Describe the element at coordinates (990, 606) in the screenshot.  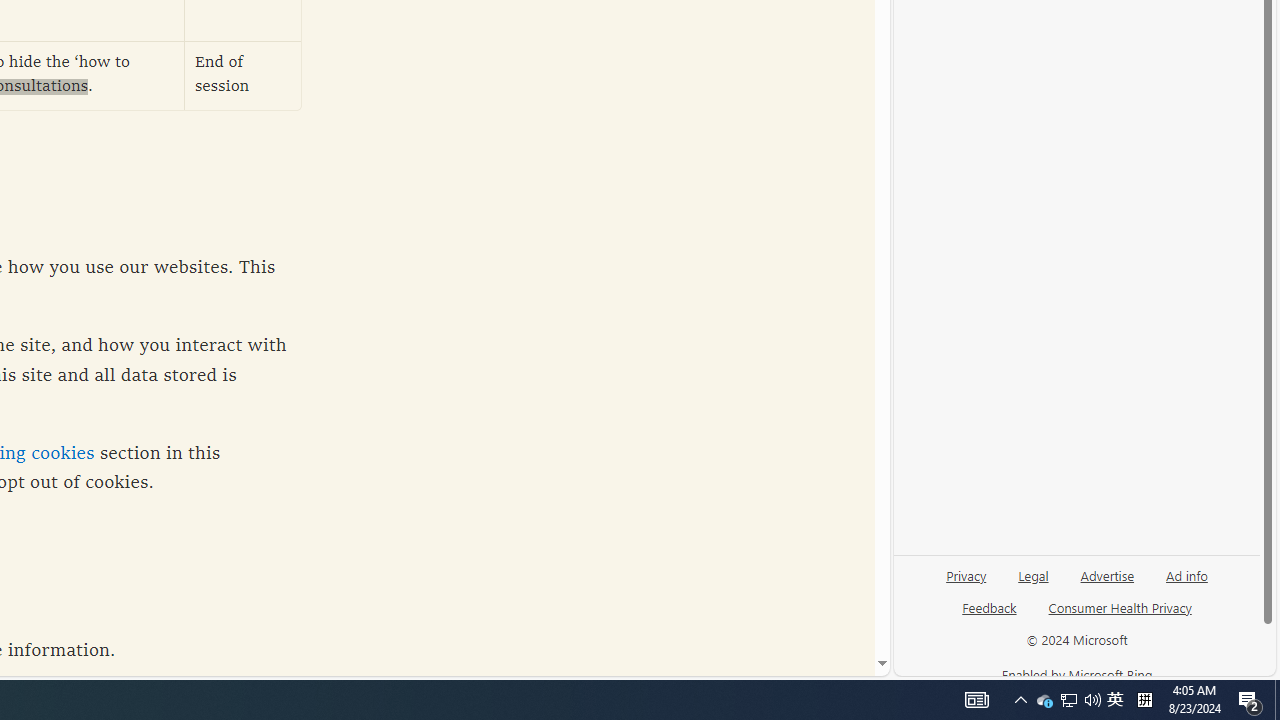
I see `'Feedback'` at that location.